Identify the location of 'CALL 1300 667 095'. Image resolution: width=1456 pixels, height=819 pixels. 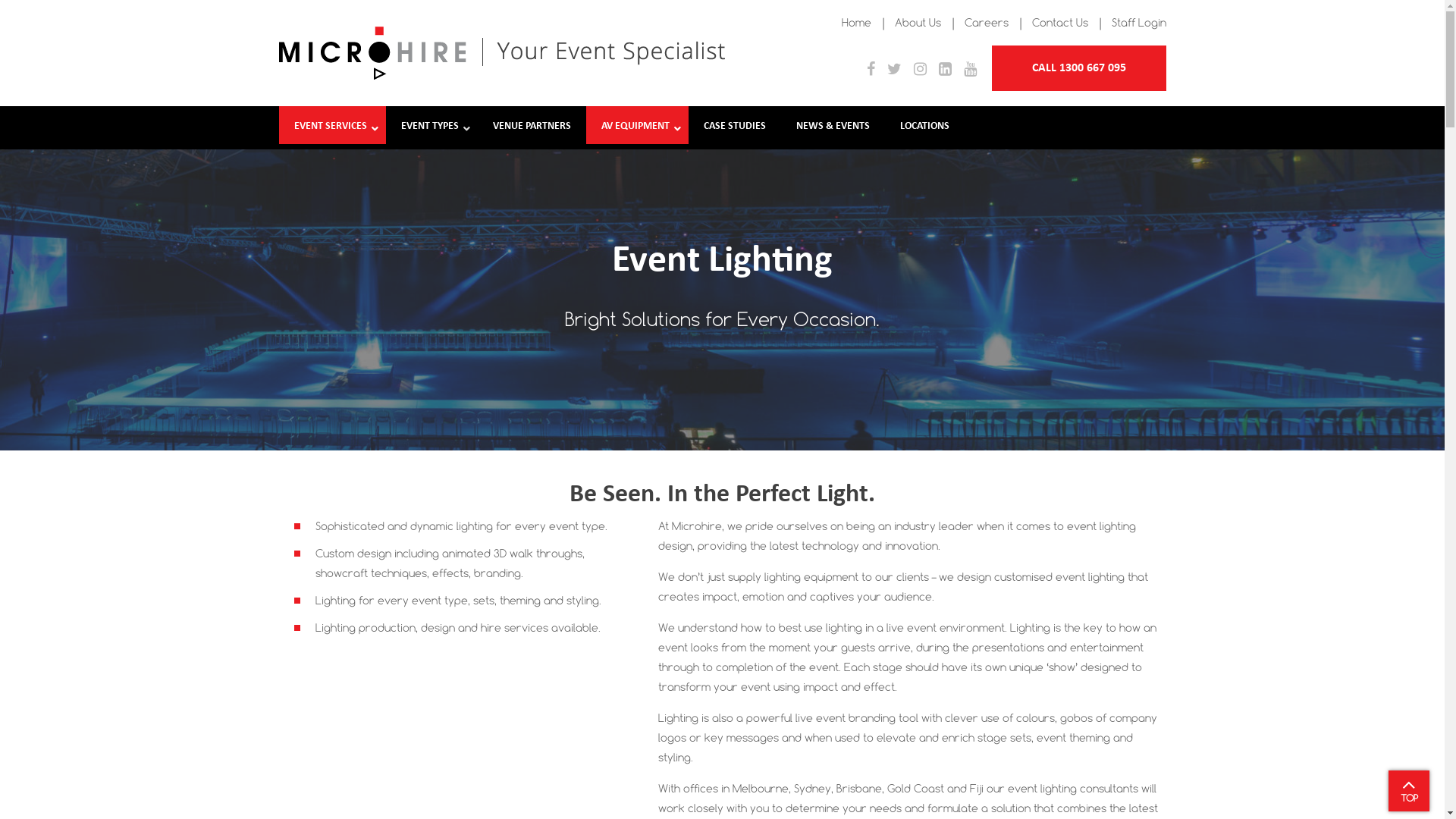
(992, 67).